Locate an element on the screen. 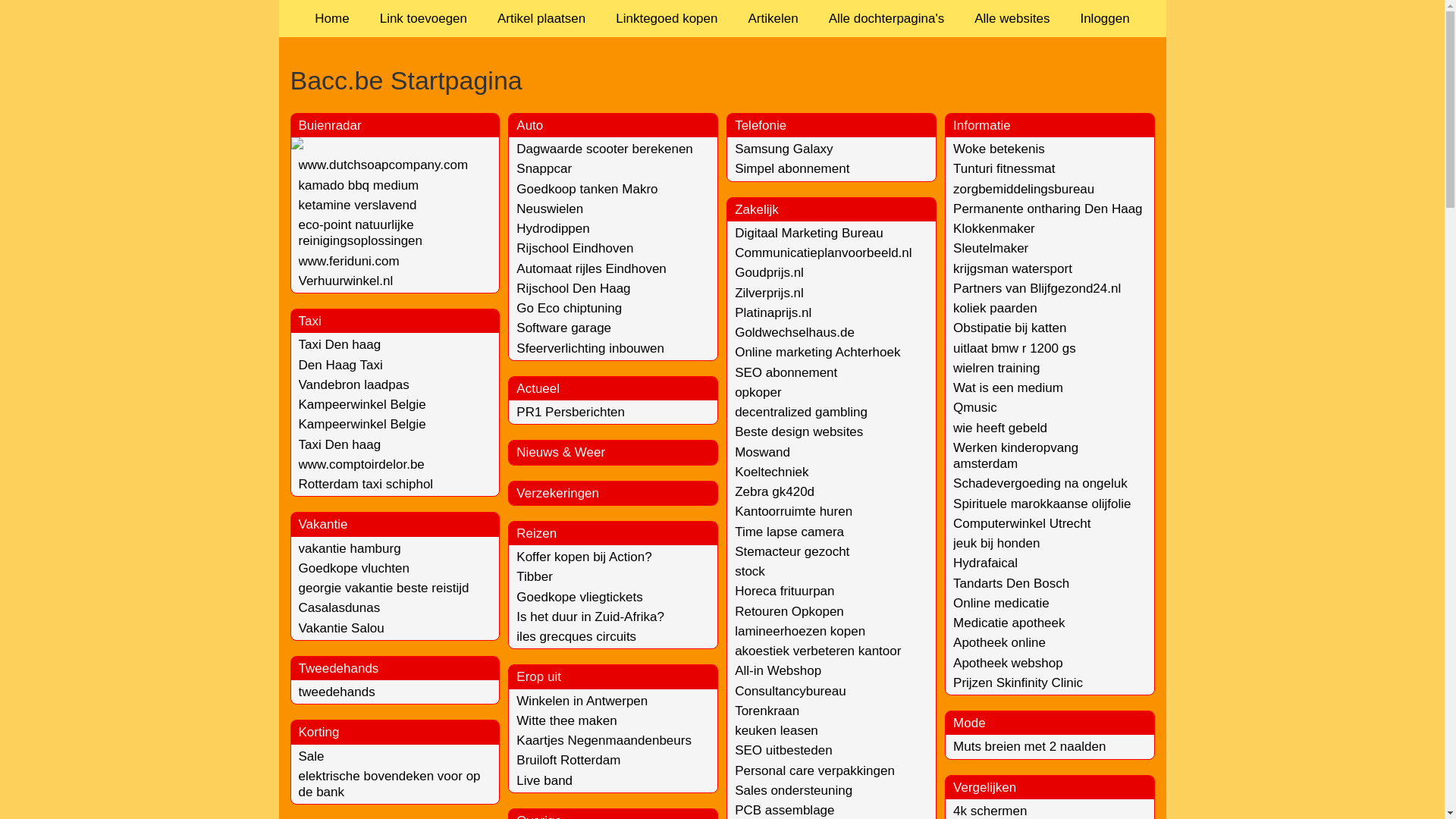  'Spirituele marokkaanse olijfolie' is located at coordinates (1040, 504).